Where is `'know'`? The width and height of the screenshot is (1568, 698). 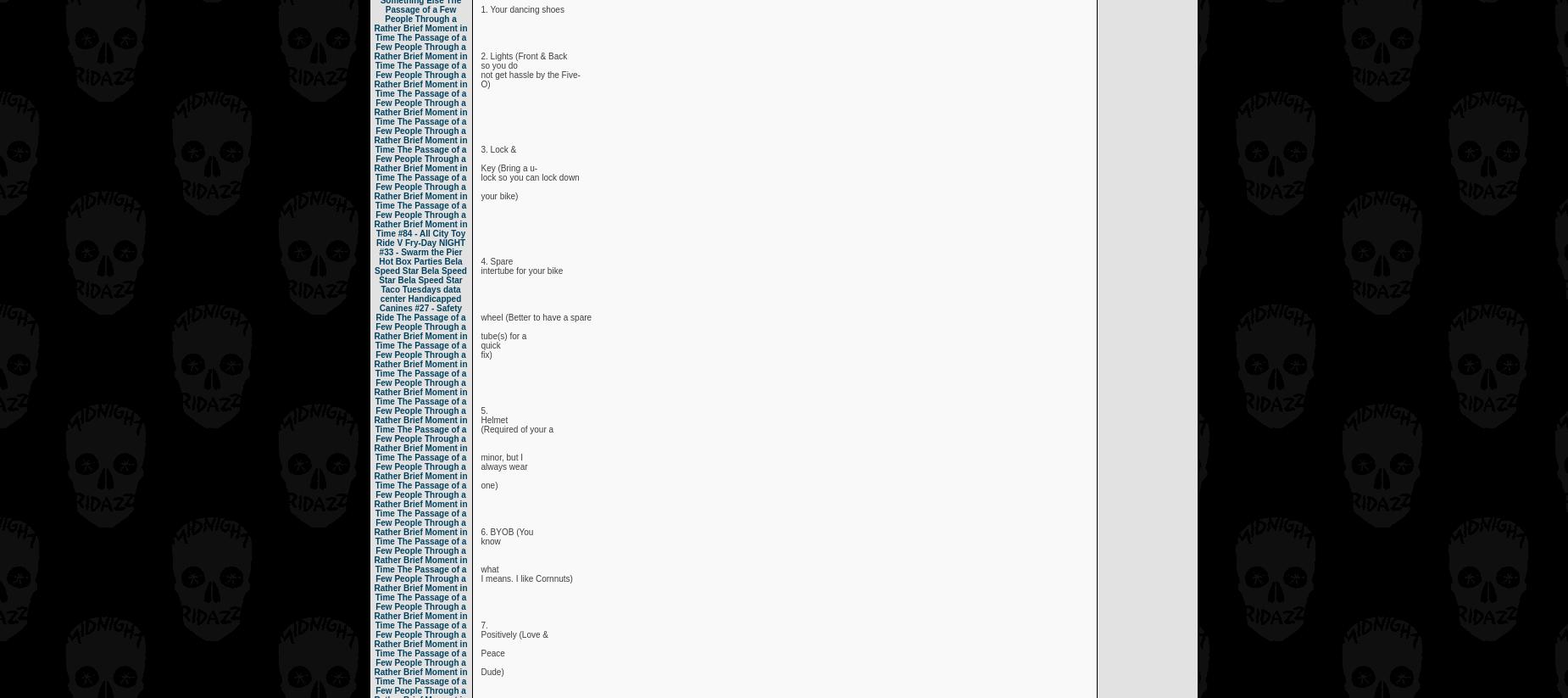
'know' is located at coordinates (481, 541).